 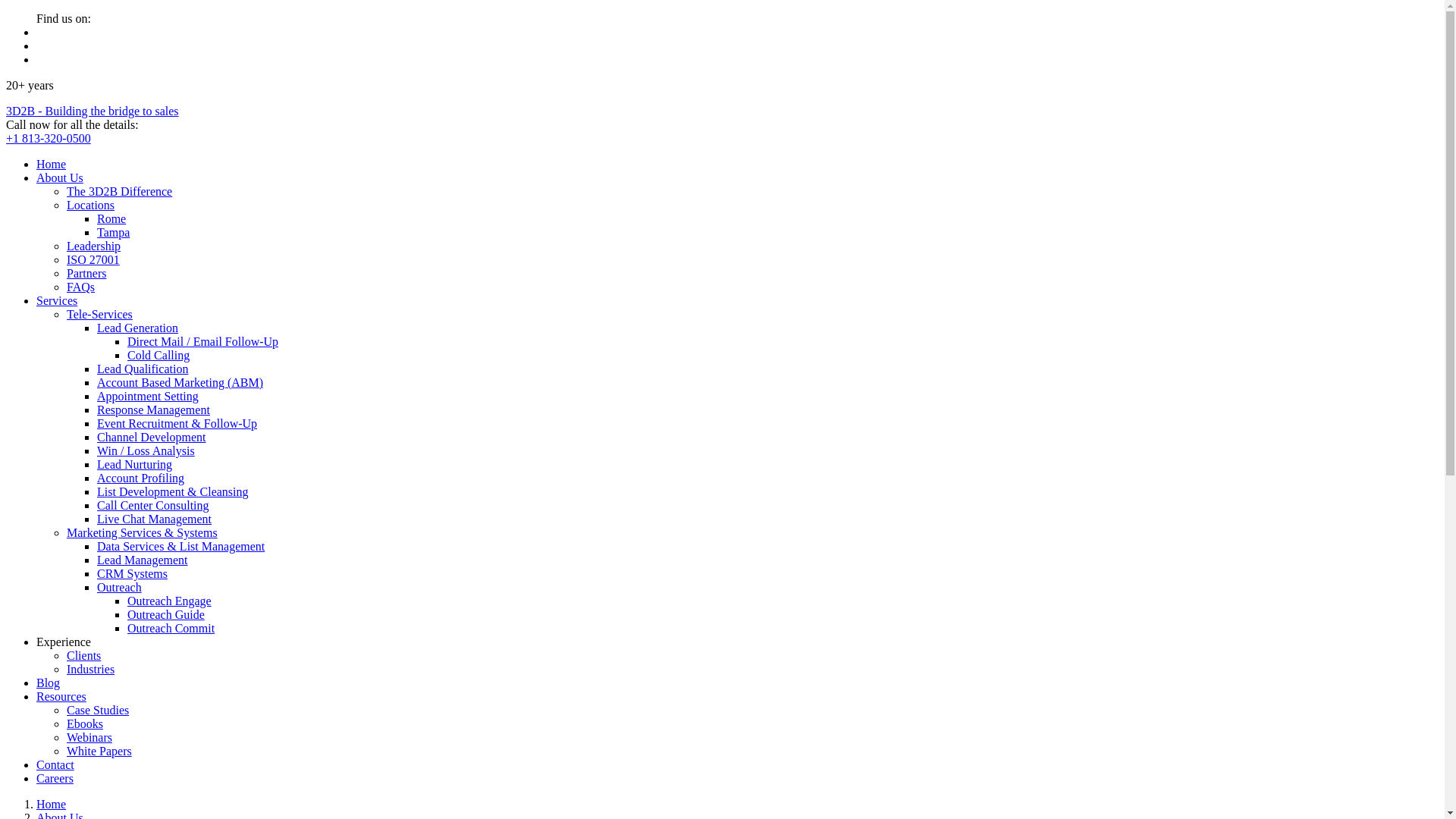 What do you see at coordinates (96, 491) in the screenshot?
I see `'List Development & Cleansing'` at bounding box center [96, 491].